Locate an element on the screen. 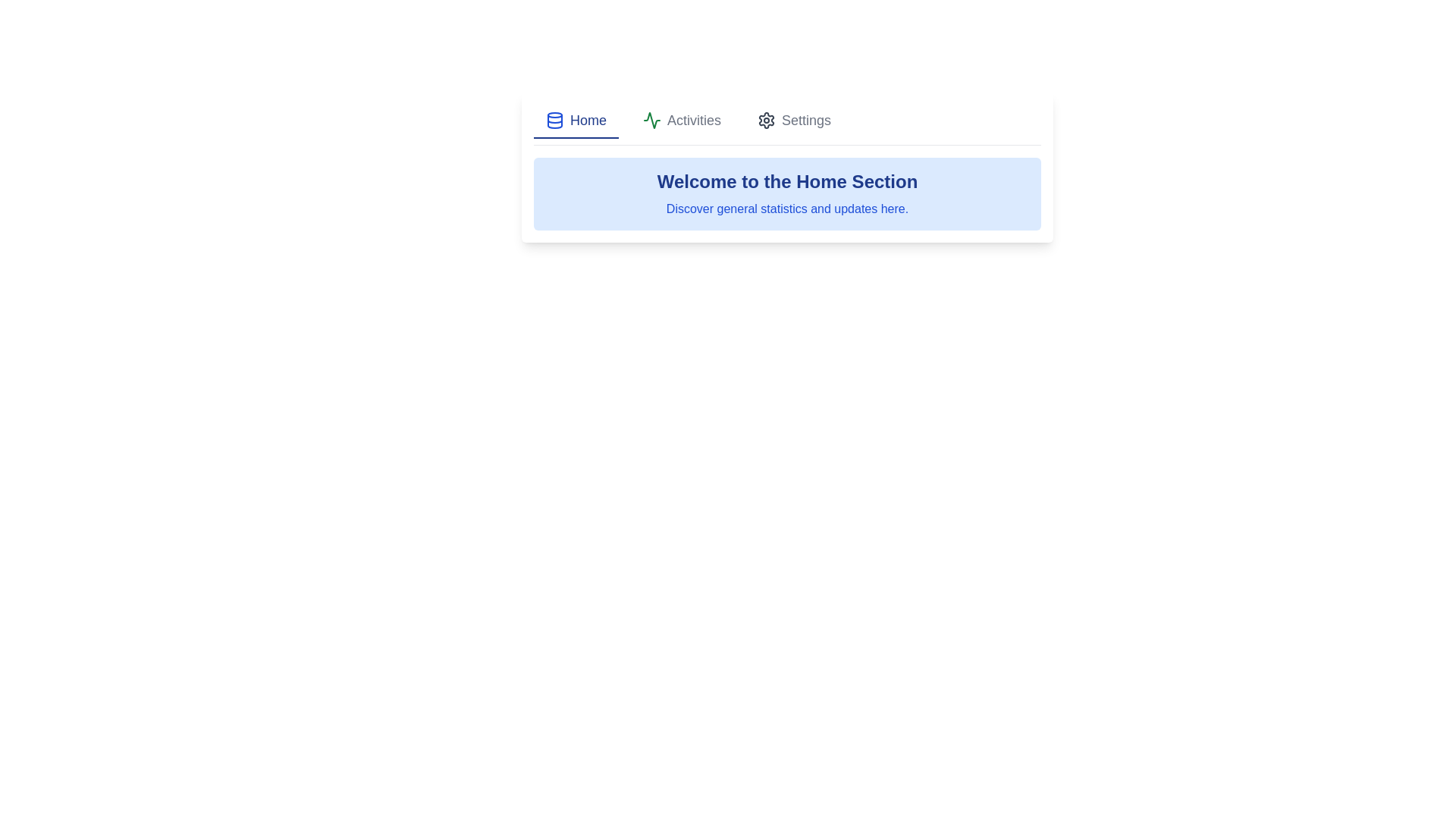 The height and width of the screenshot is (819, 1456). the tab corresponding to Settings is located at coordinates (792, 120).